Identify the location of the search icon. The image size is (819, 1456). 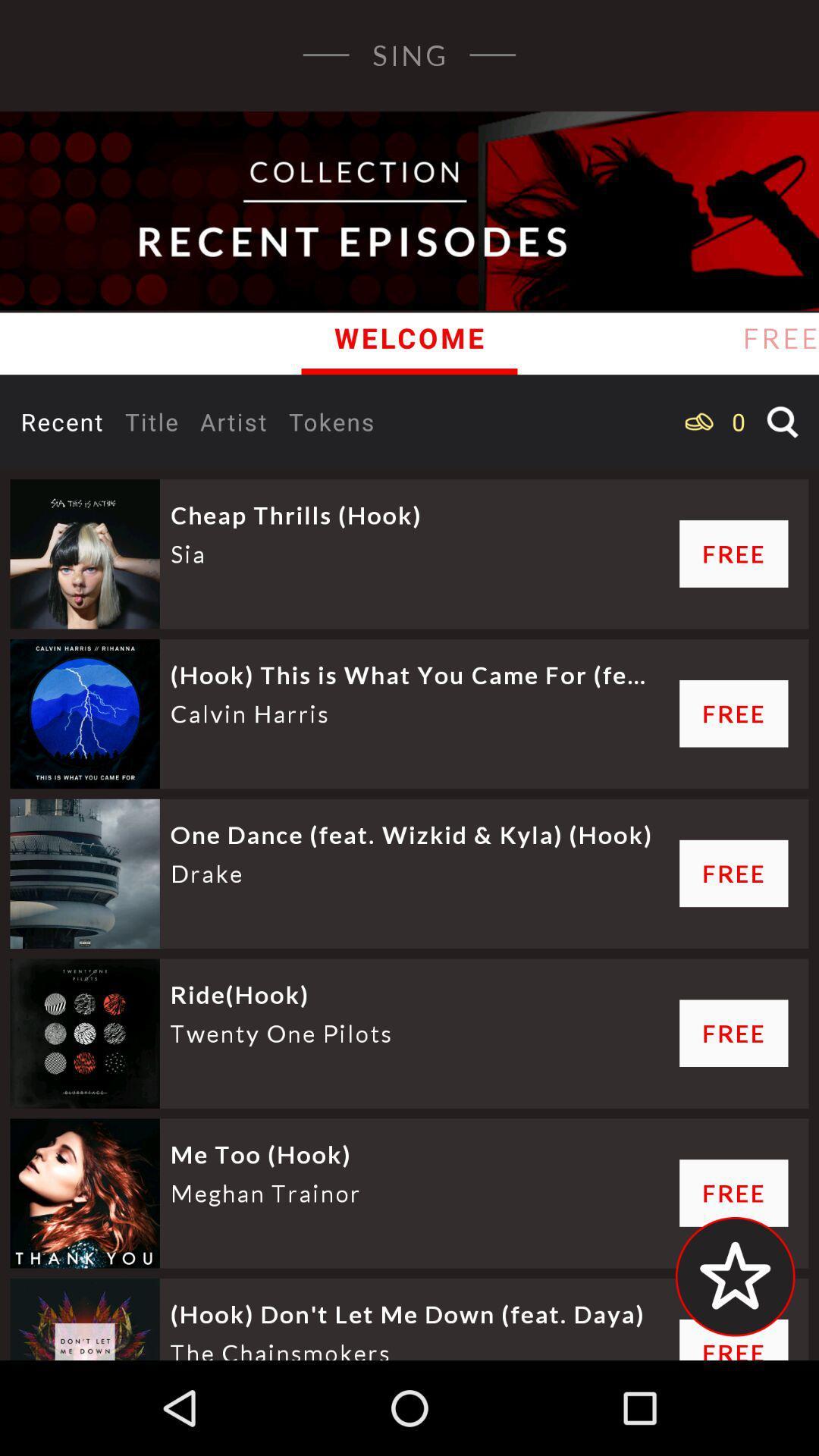
(783, 422).